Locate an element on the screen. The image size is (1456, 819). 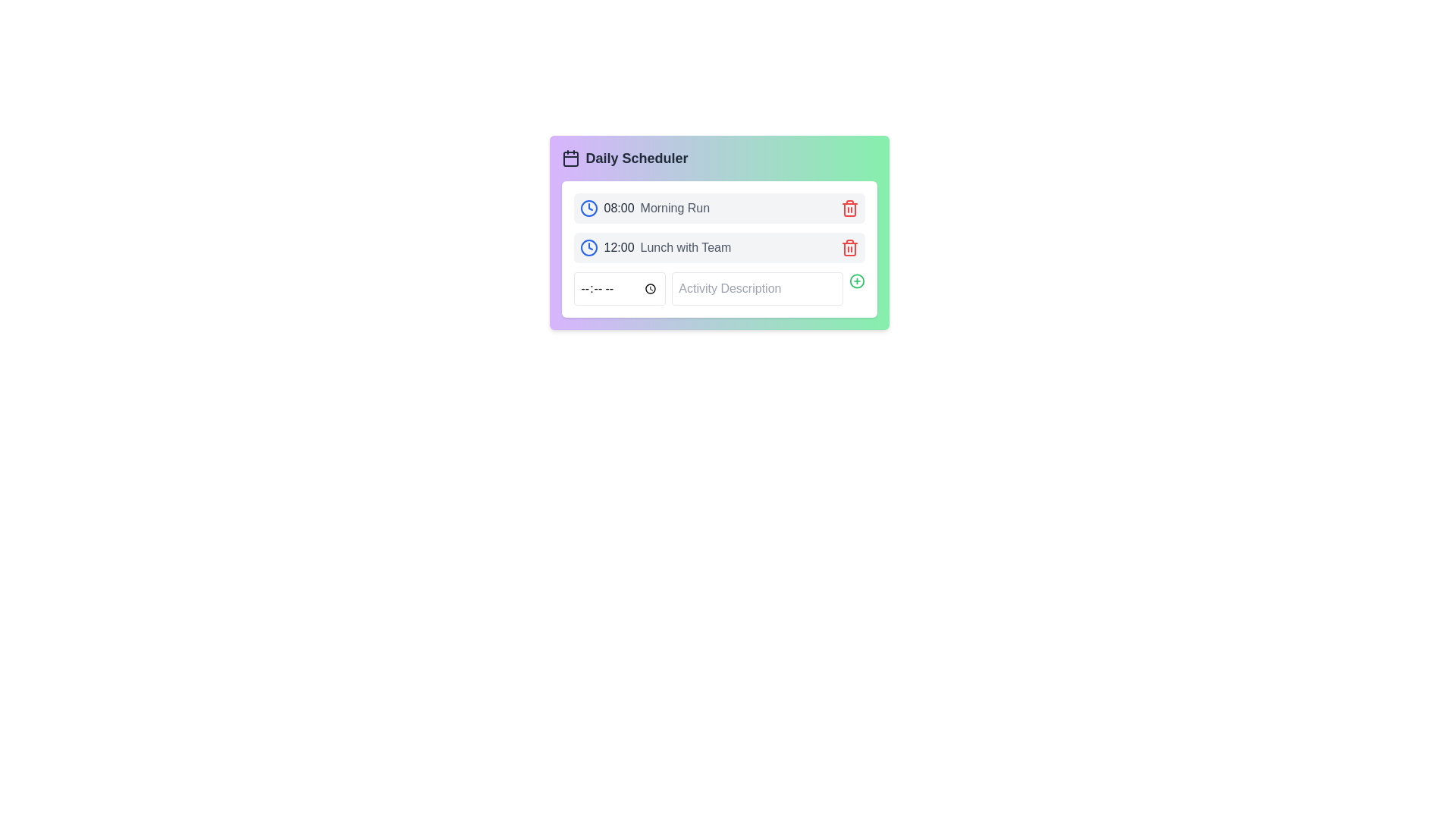
the decorative SVG element representing the outer shape of the clock icon, located to the left of the text '12:00 Lunch with Team' in the 'Daily Scheduler' card interface is located at coordinates (588, 208).